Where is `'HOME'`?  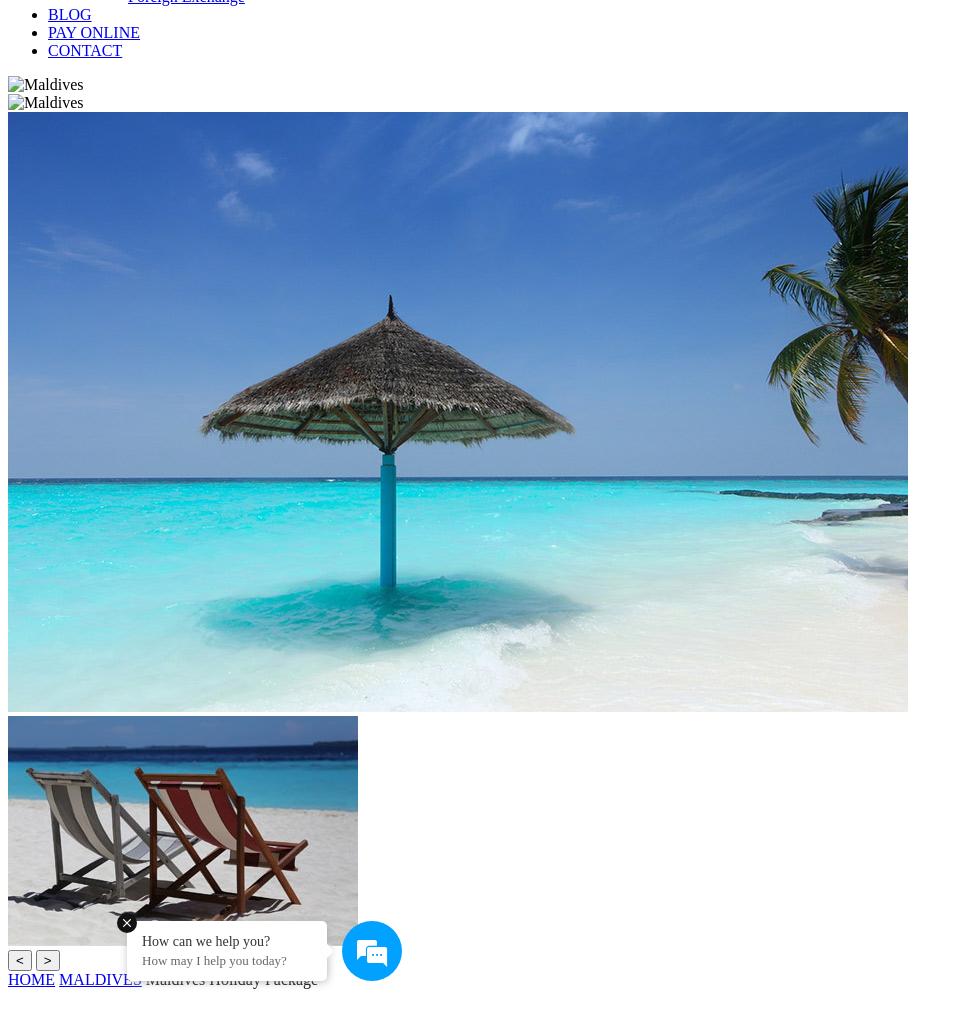
'HOME' is located at coordinates (30, 979).